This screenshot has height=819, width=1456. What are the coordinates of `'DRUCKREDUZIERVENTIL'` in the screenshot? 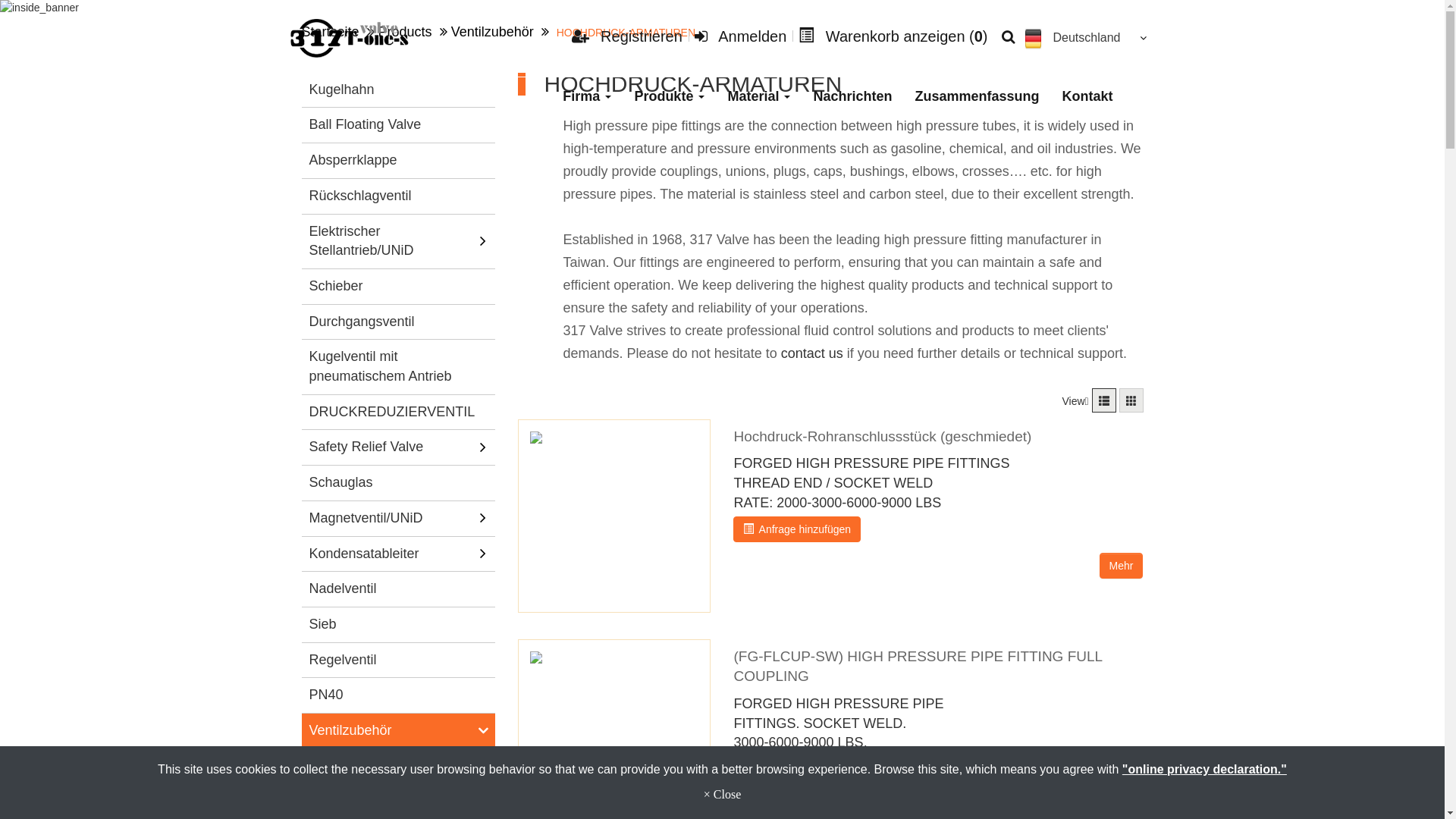 It's located at (397, 412).